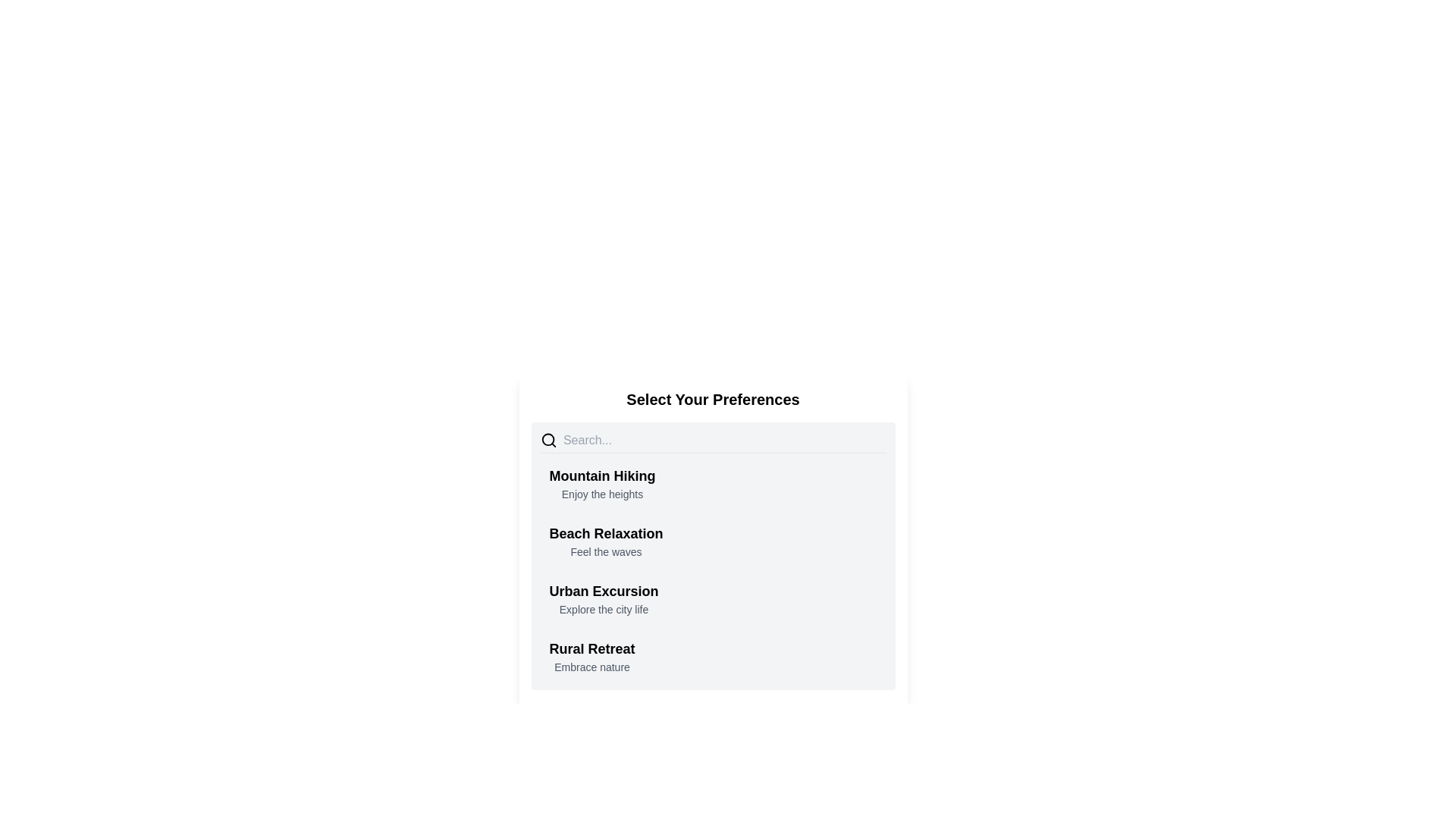 This screenshot has height=819, width=1456. Describe the element at coordinates (601, 475) in the screenshot. I see `the text element indicating 'Mountain Hiking'` at that location.